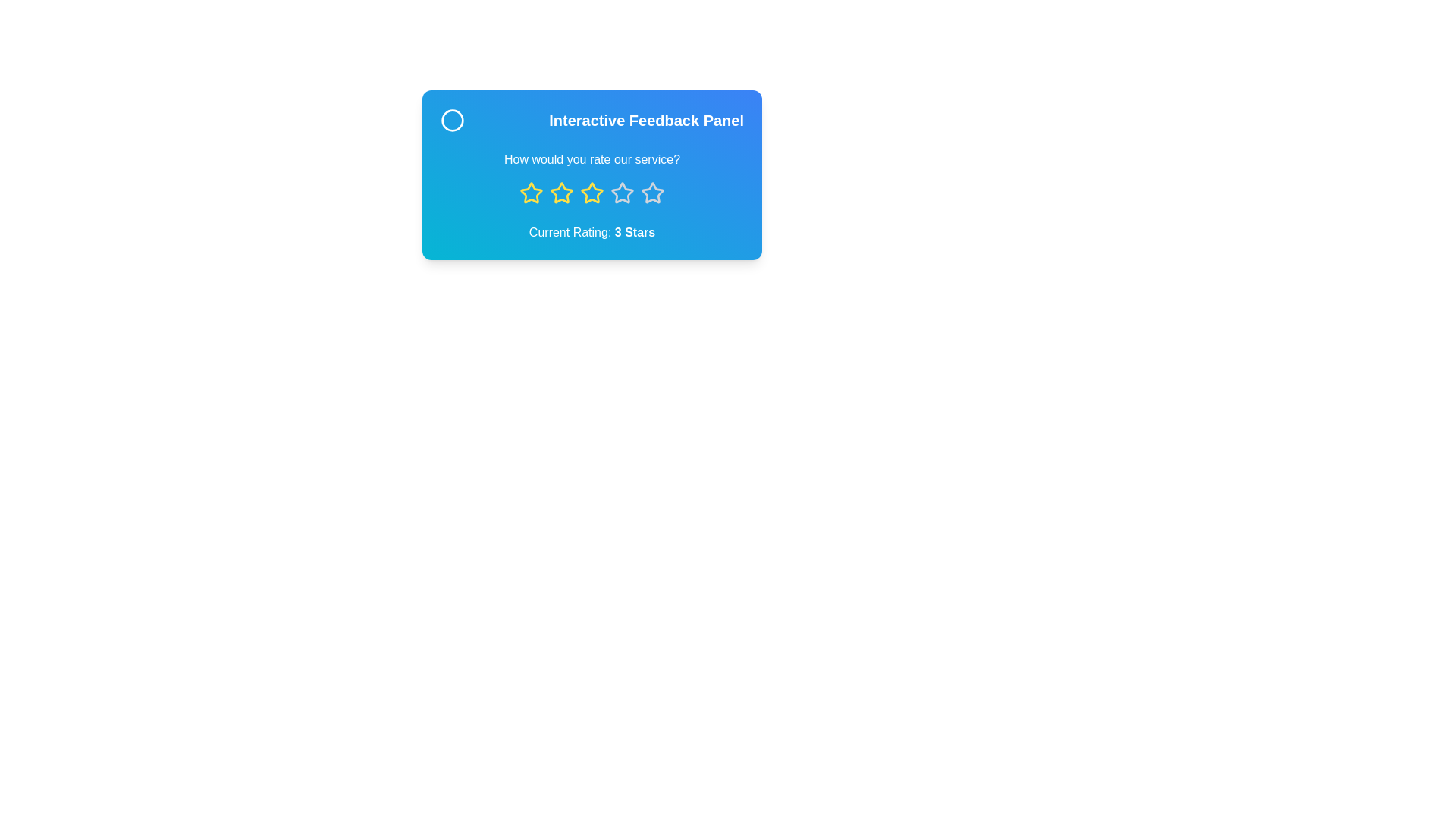 Image resolution: width=1456 pixels, height=819 pixels. Describe the element at coordinates (652, 192) in the screenshot. I see `the fourth star in the Interactive Feedback Panel to rate it` at that location.